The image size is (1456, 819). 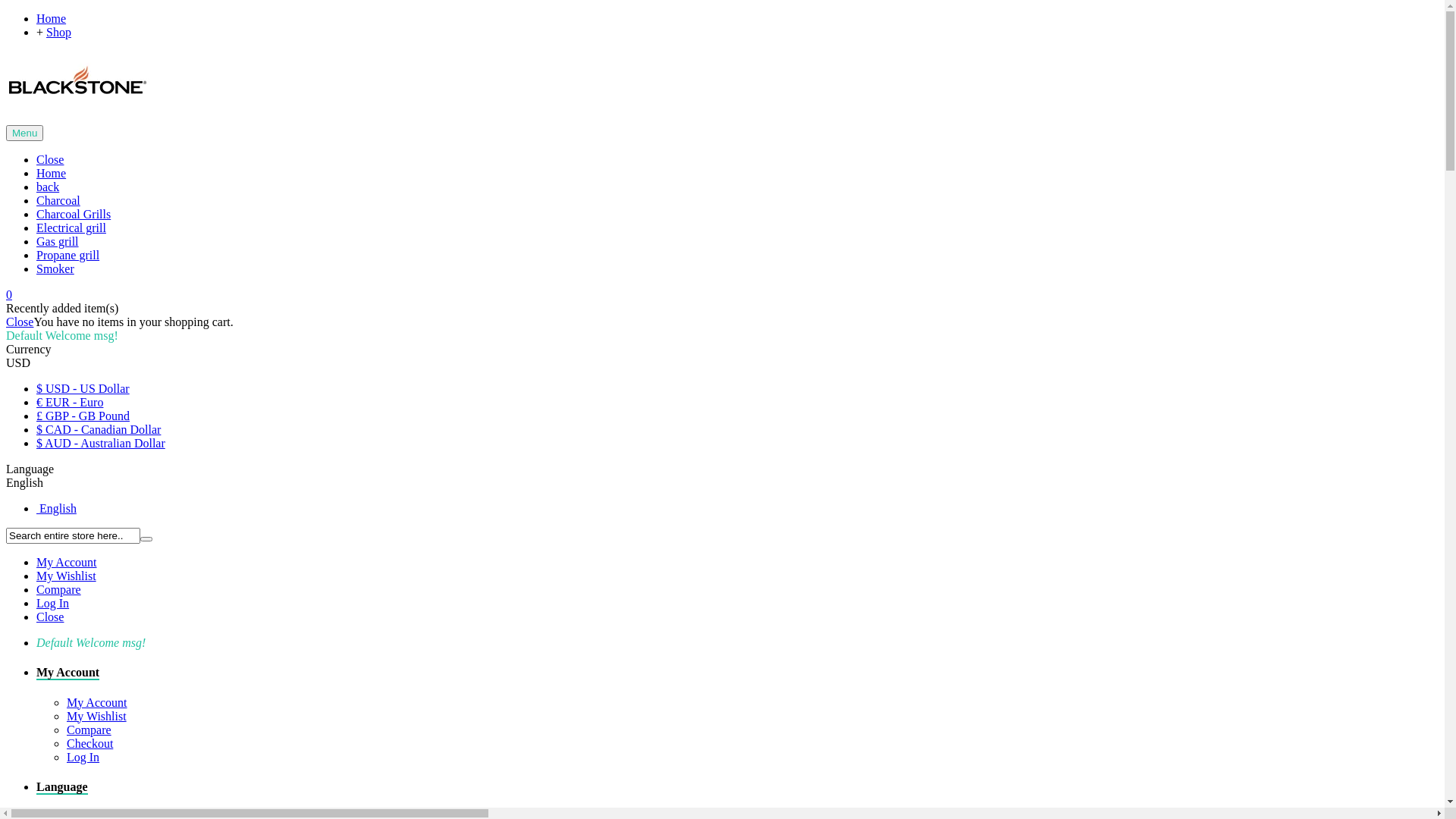 I want to click on 'Electrical grill', so click(x=71, y=227).